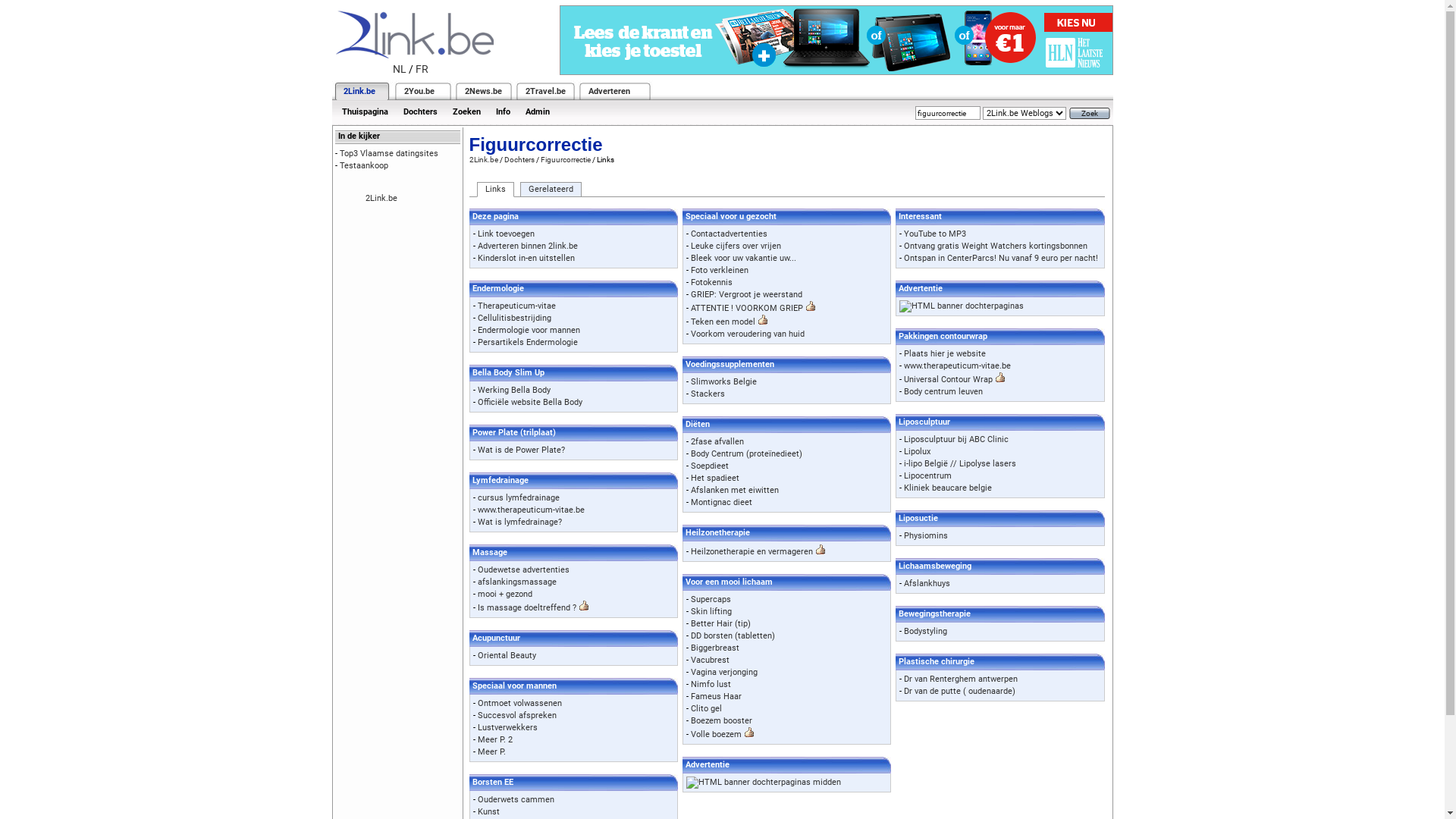 Image resolution: width=1456 pixels, height=819 pixels. Describe the element at coordinates (729, 234) in the screenshot. I see `'Contactadvertenties'` at that location.